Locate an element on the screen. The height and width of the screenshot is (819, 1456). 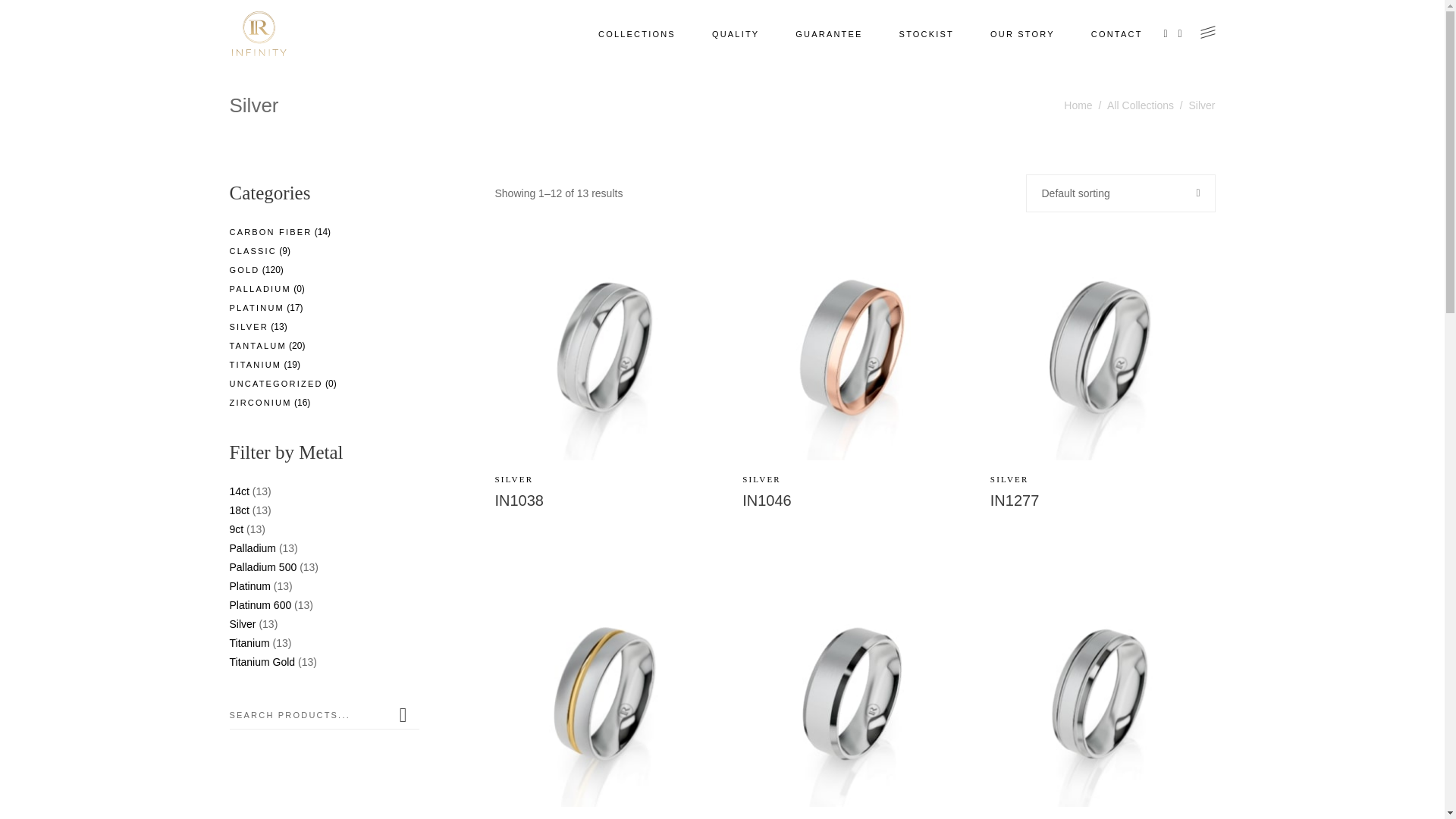
'CARBON FIBER' is located at coordinates (270, 231).